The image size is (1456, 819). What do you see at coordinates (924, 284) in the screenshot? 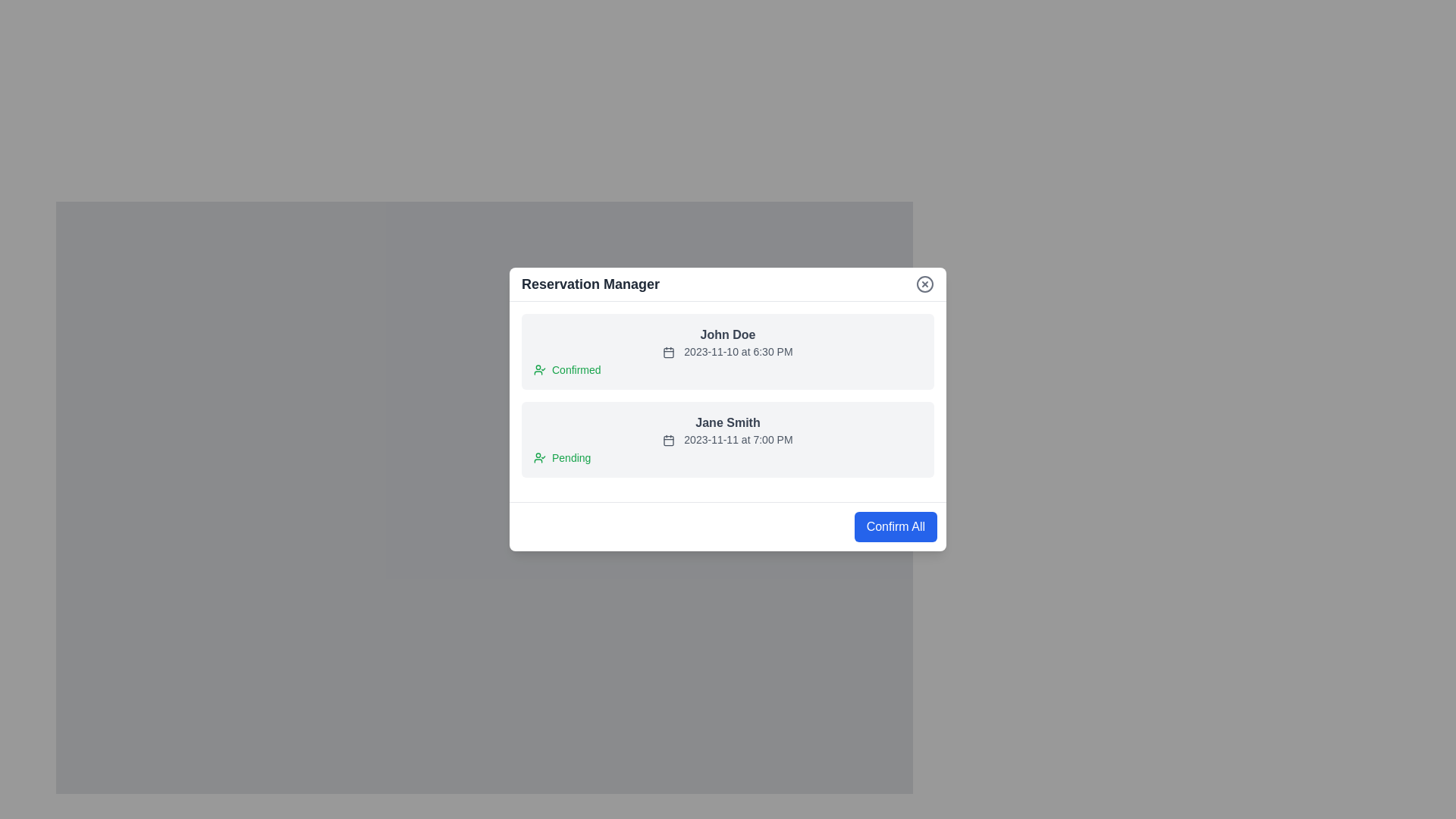
I see `the close button (X icon) located at the top-right corner of the modal window titled 'Reservation Manager'` at bounding box center [924, 284].